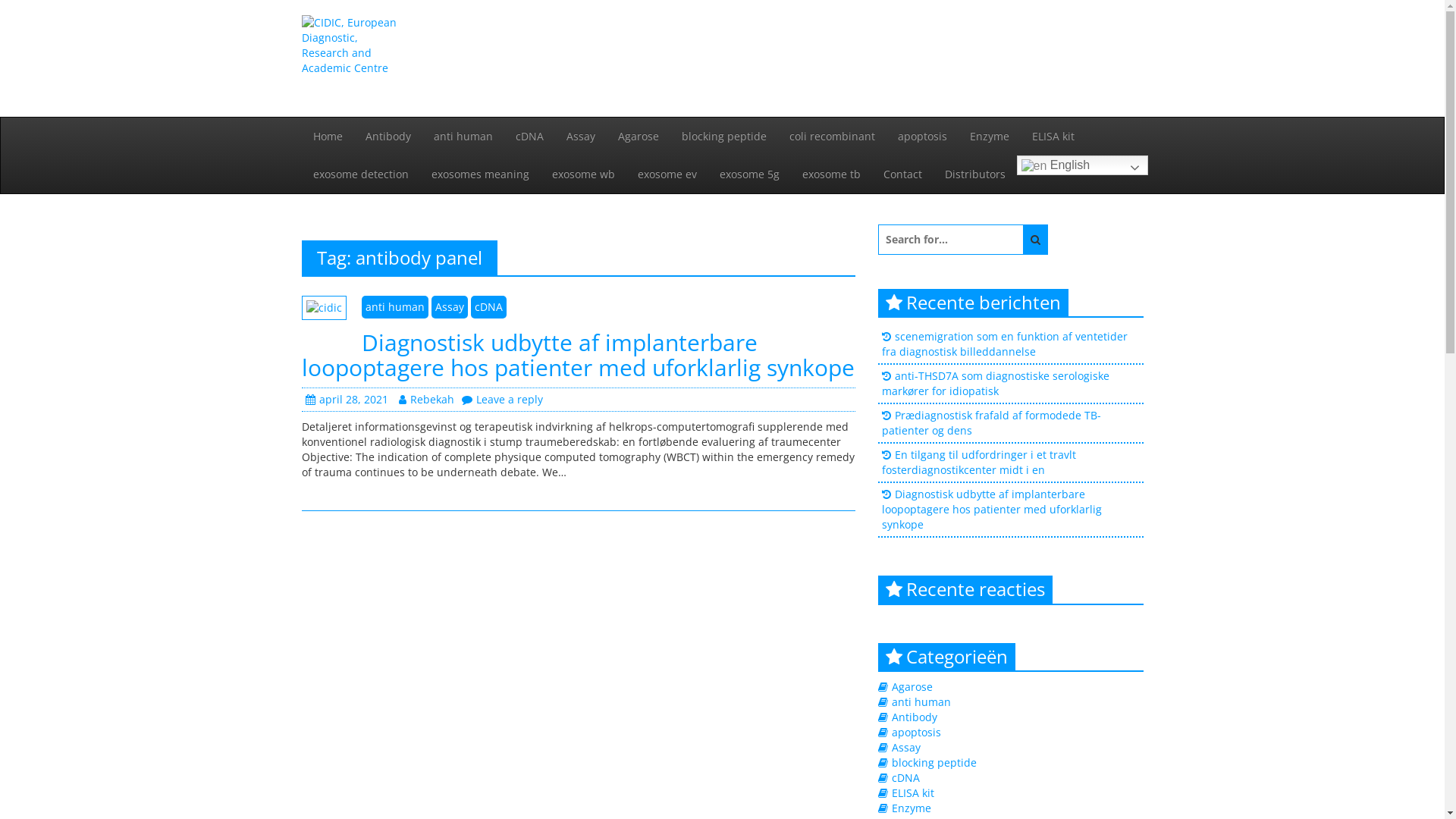 The width and height of the screenshot is (1456, 819). What do you see at coordinates (877, 239) in the screenshot?
I see `'Search for:'` at bounding box center [877, 239].